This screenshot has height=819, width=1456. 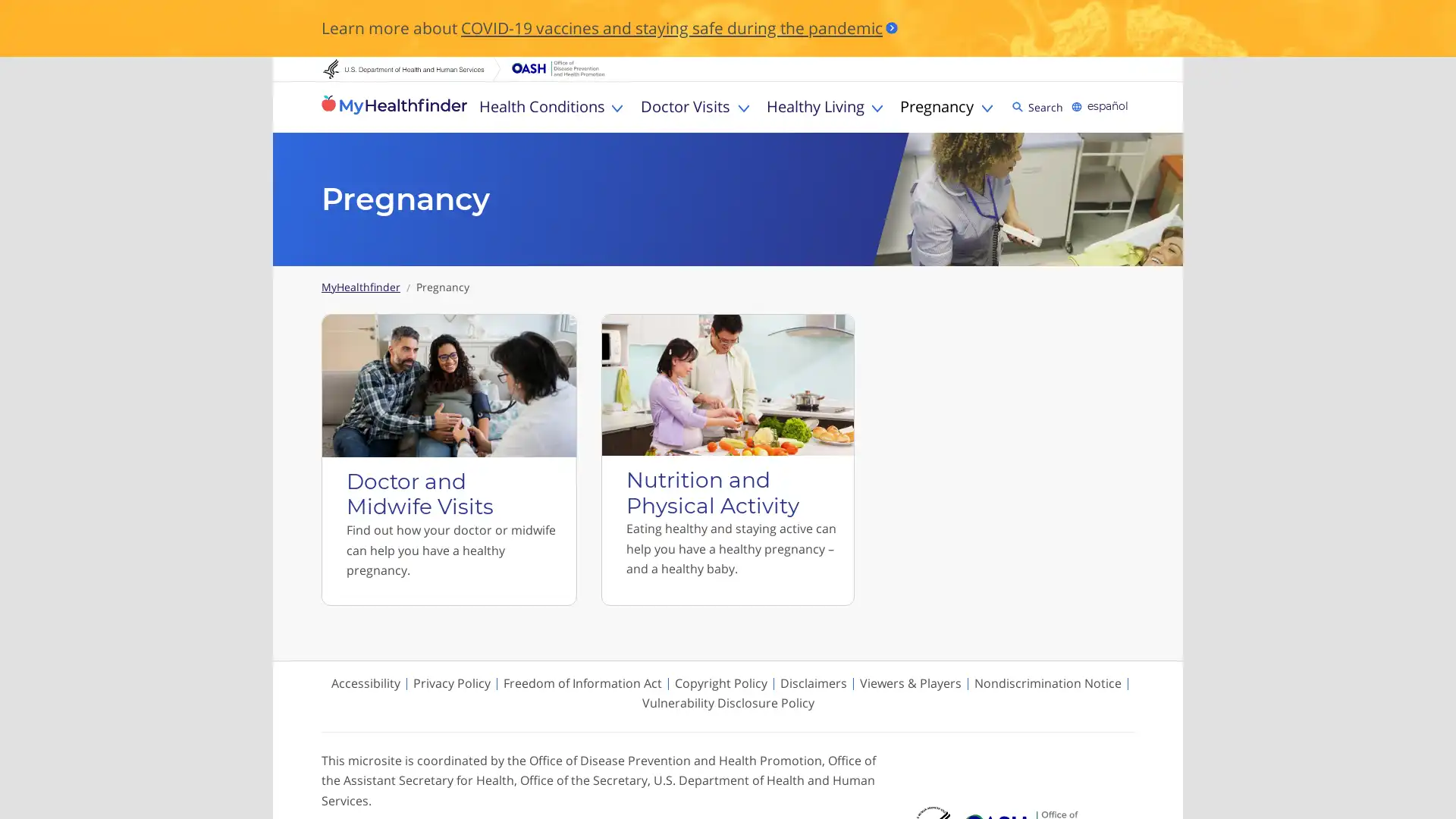 What do you see at coordinates (617, 106) in the screenshot?
I see `Toggle Health Conditions sub menu` at bounding box center [617, 106].